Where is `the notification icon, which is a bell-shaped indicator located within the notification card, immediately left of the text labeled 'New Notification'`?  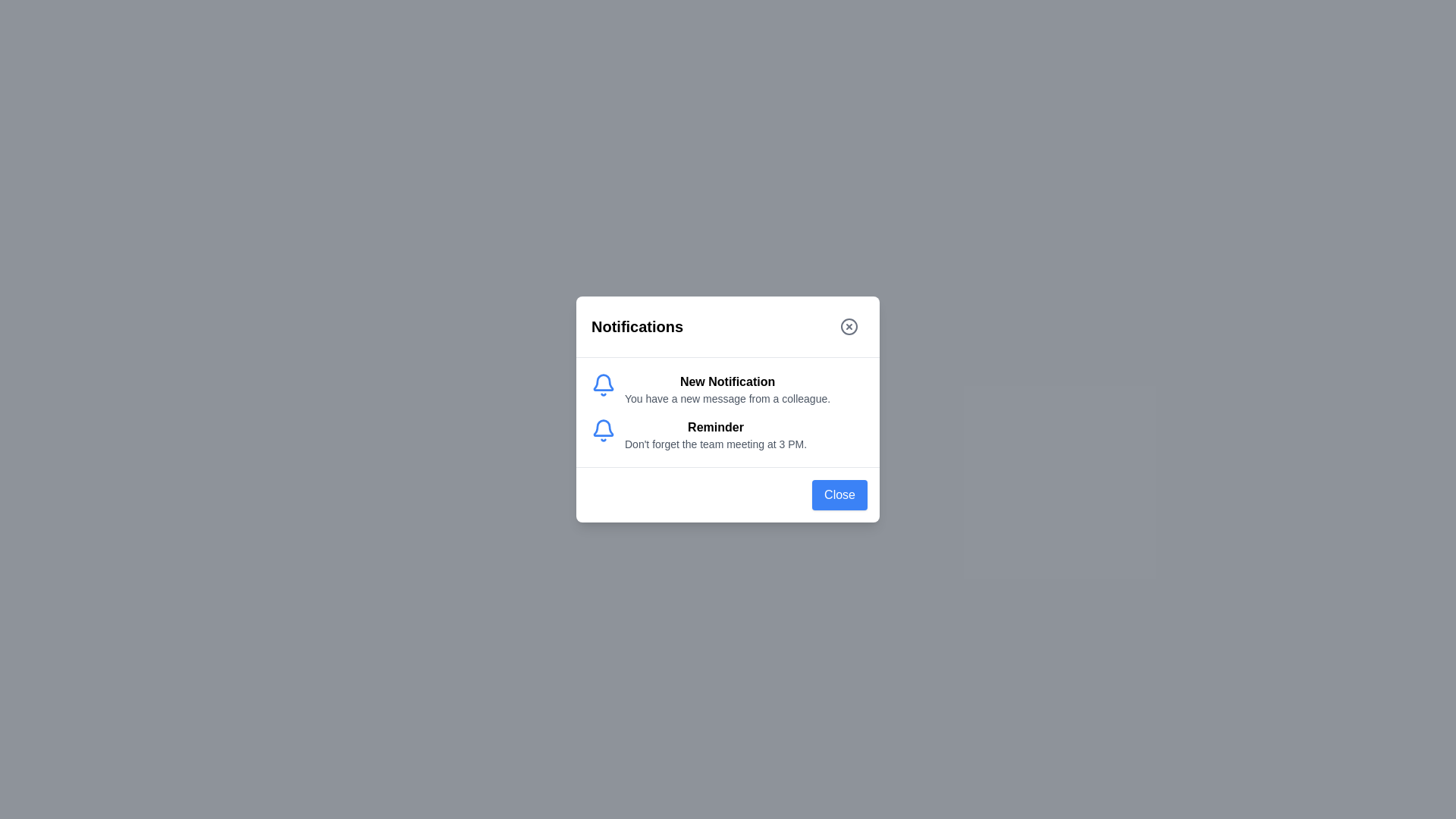
the notification icon, which is a bell-shaped indicator located within the notification card, immediately left of the text labeled 'New Notification' is located at coordinates (603, 430).